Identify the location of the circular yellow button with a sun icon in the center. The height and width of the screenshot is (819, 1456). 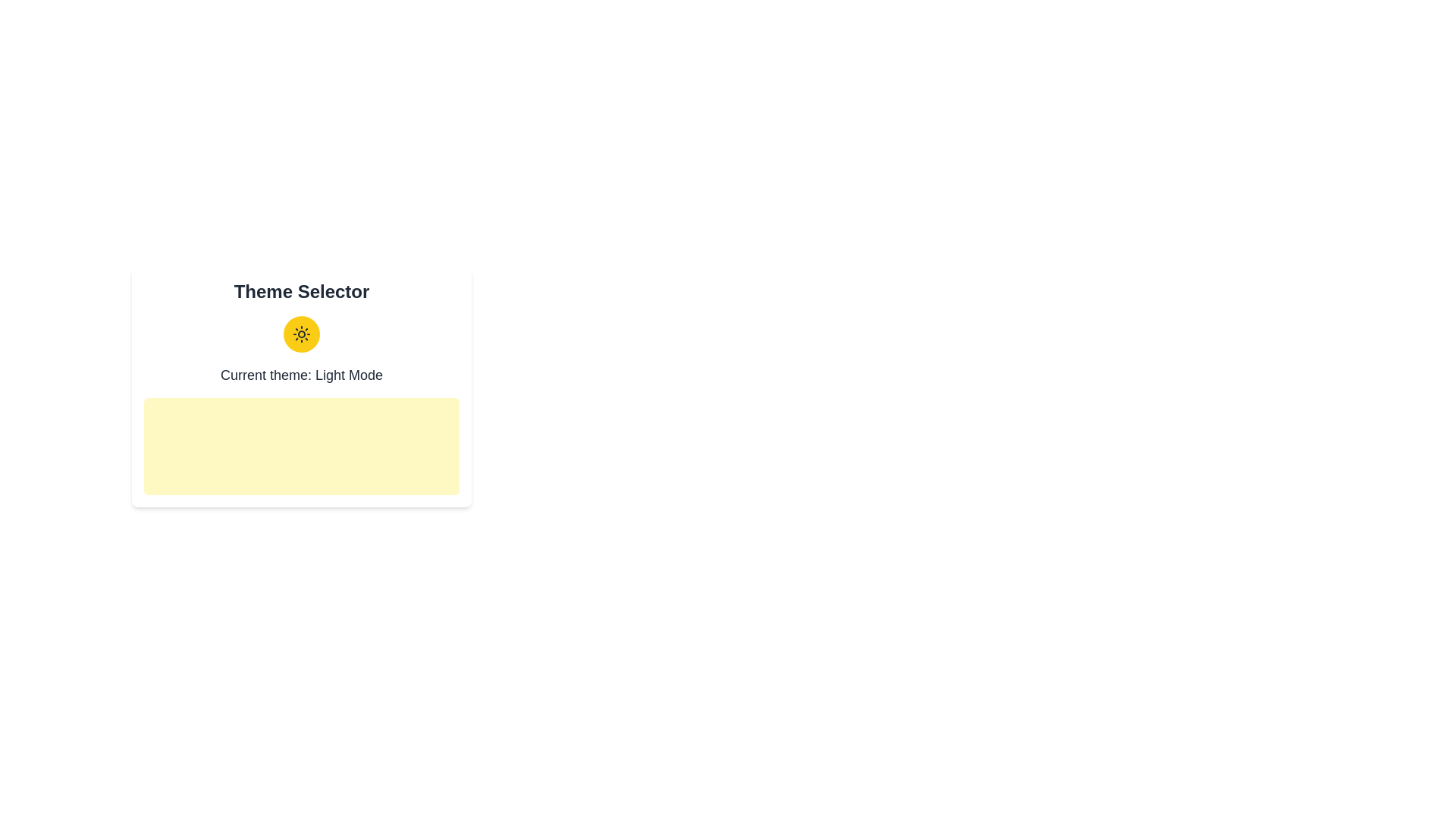
(302, 333).